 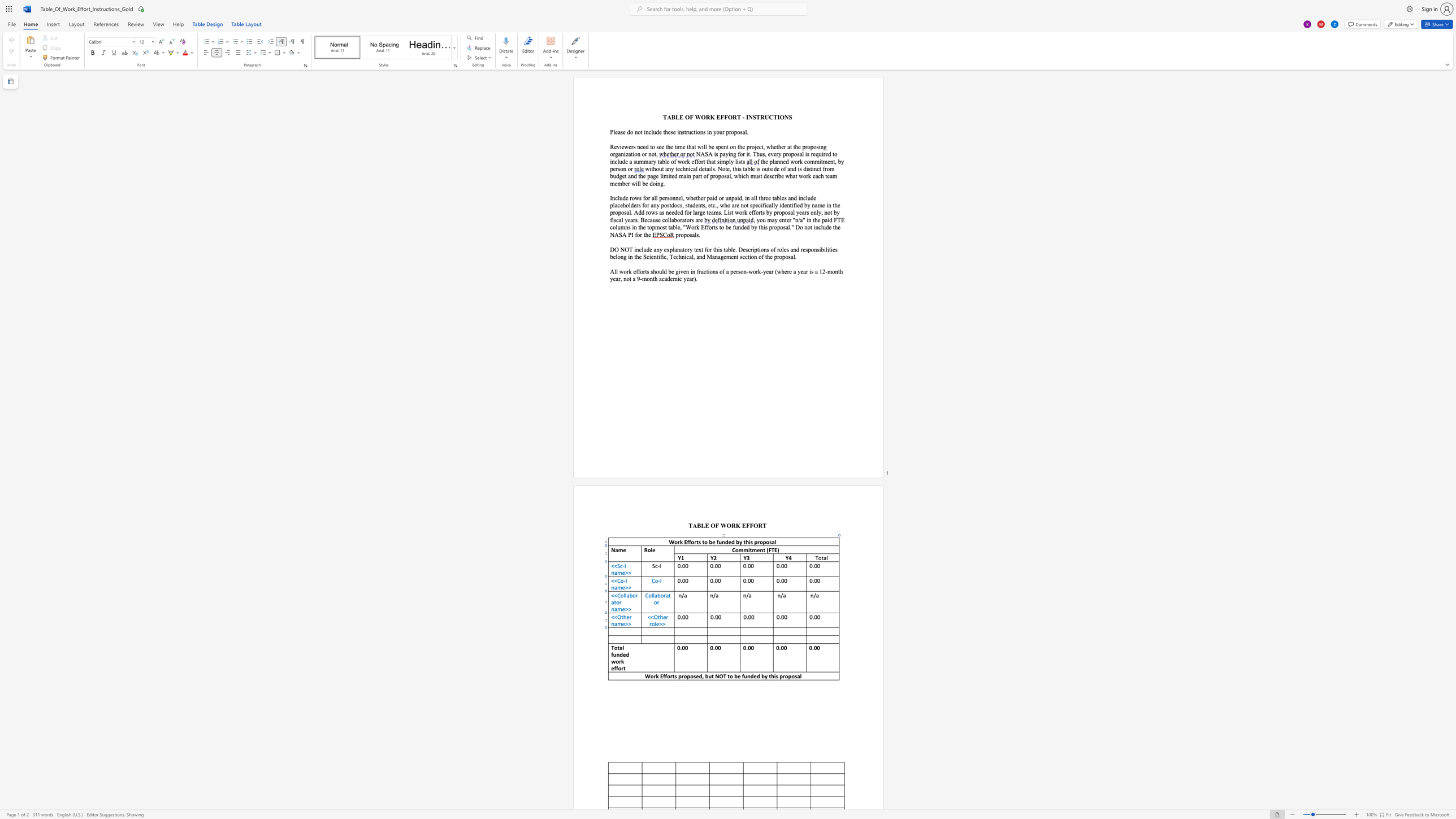 I want to click on the 1th character "w" in the text, so click(x=613, y=661).